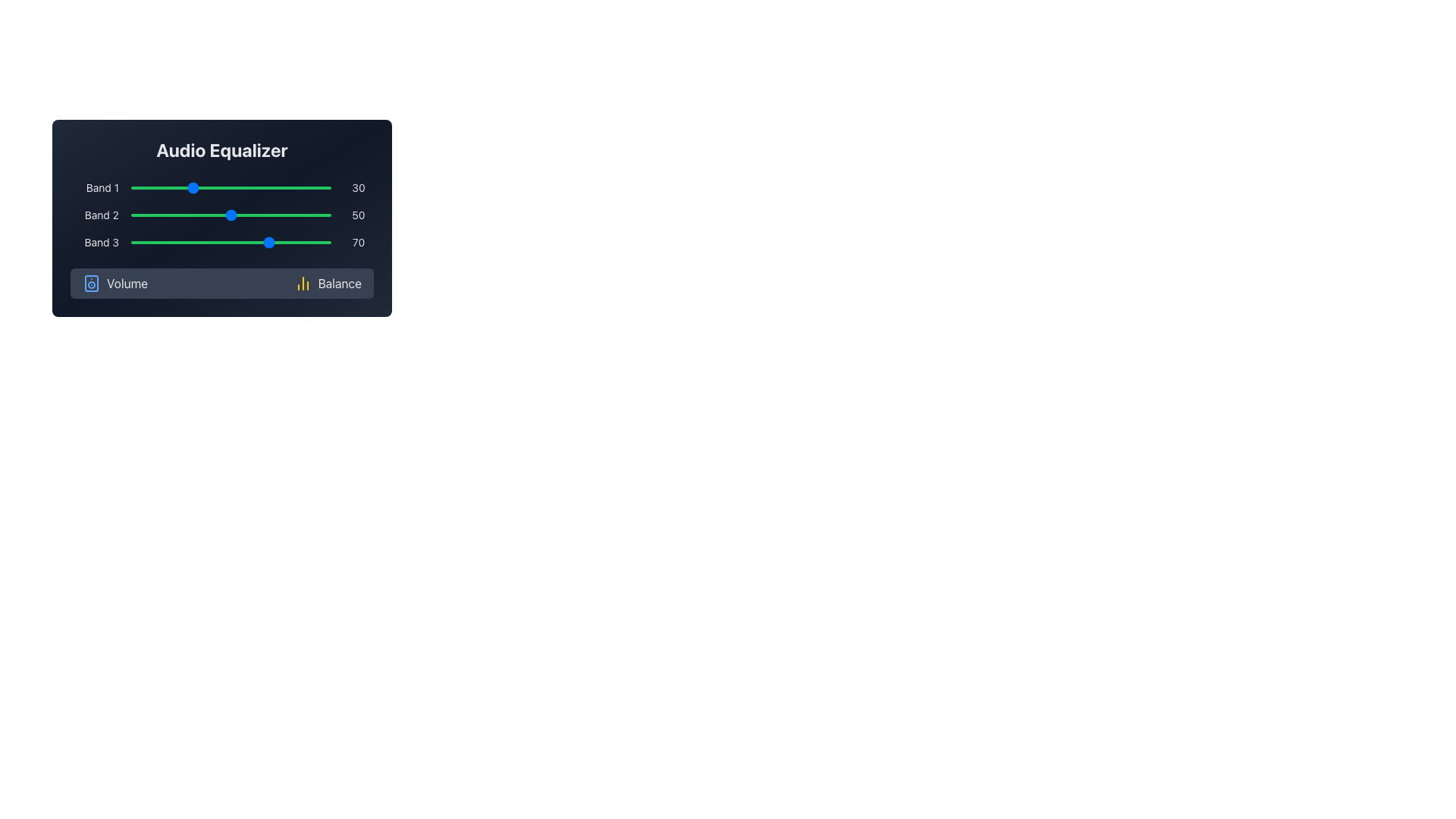 The width and height of the screenshot is (1456, 819). I want to click on the slider labeled 'Band 1', so click(196, 187).